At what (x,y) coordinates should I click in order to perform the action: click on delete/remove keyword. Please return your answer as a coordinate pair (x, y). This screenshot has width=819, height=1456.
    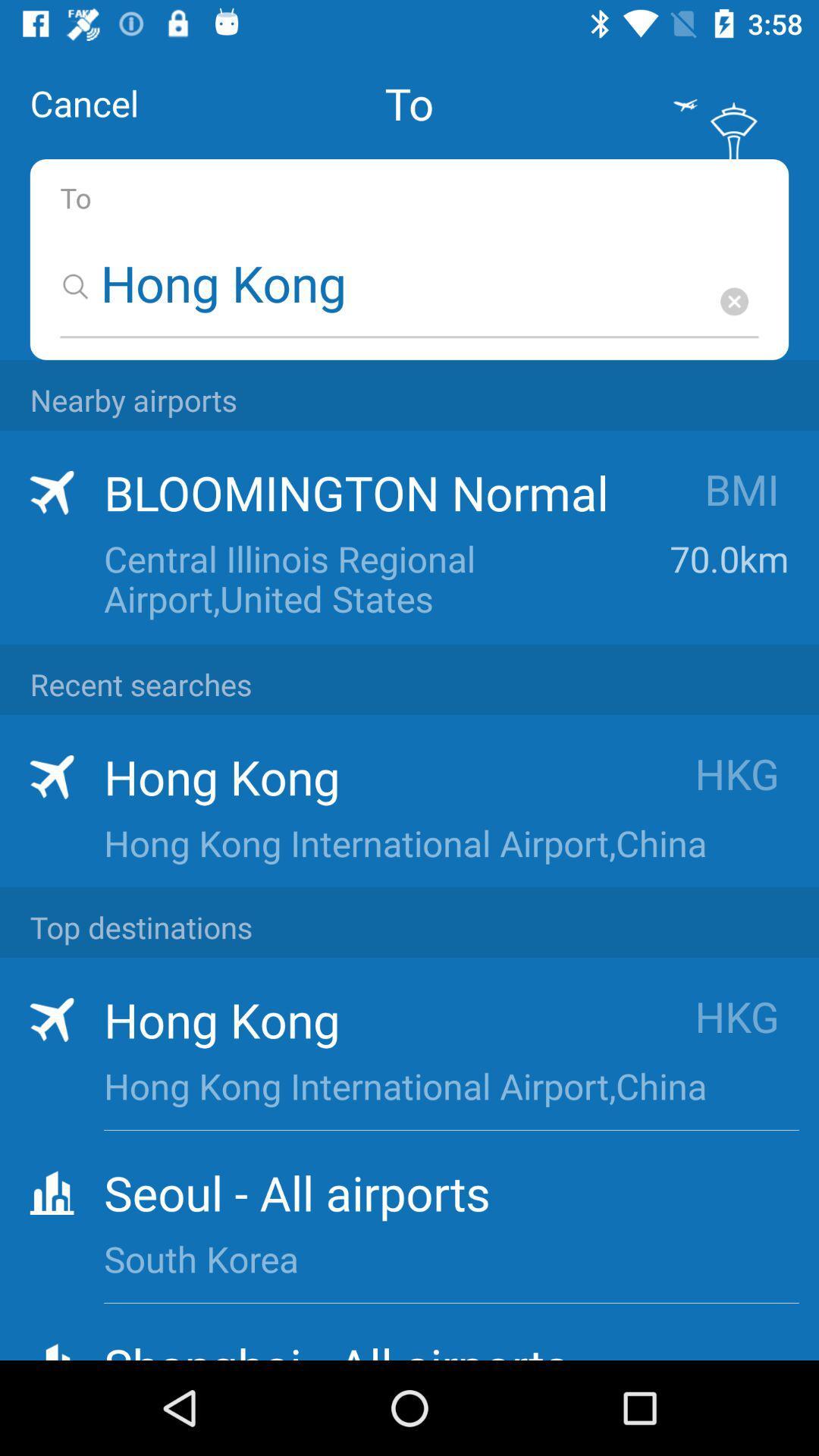
    Looking at the image, I should click on (733, 301).